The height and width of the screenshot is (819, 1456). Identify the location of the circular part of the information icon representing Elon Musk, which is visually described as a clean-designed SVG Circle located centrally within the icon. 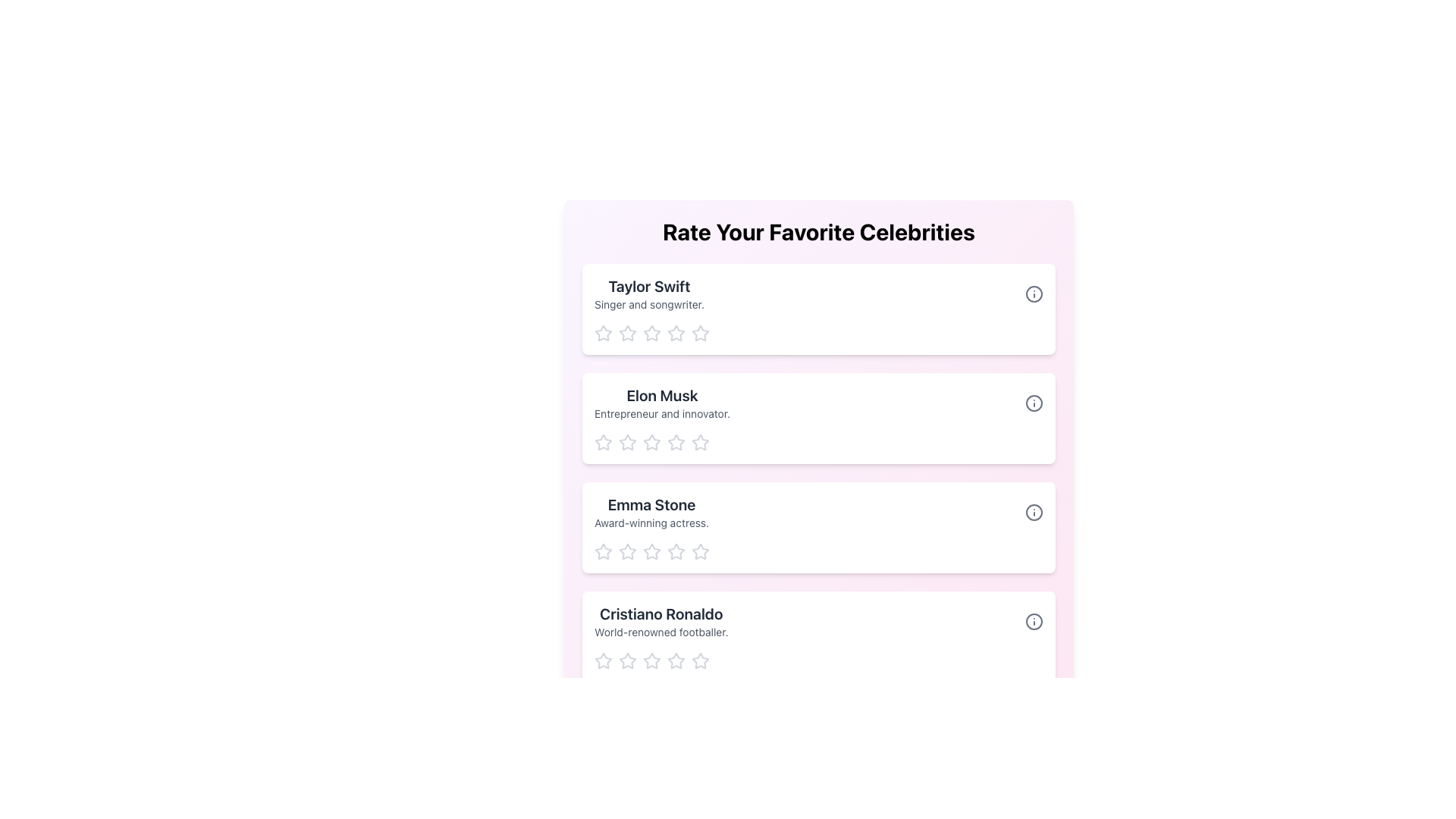
(1033, 403).